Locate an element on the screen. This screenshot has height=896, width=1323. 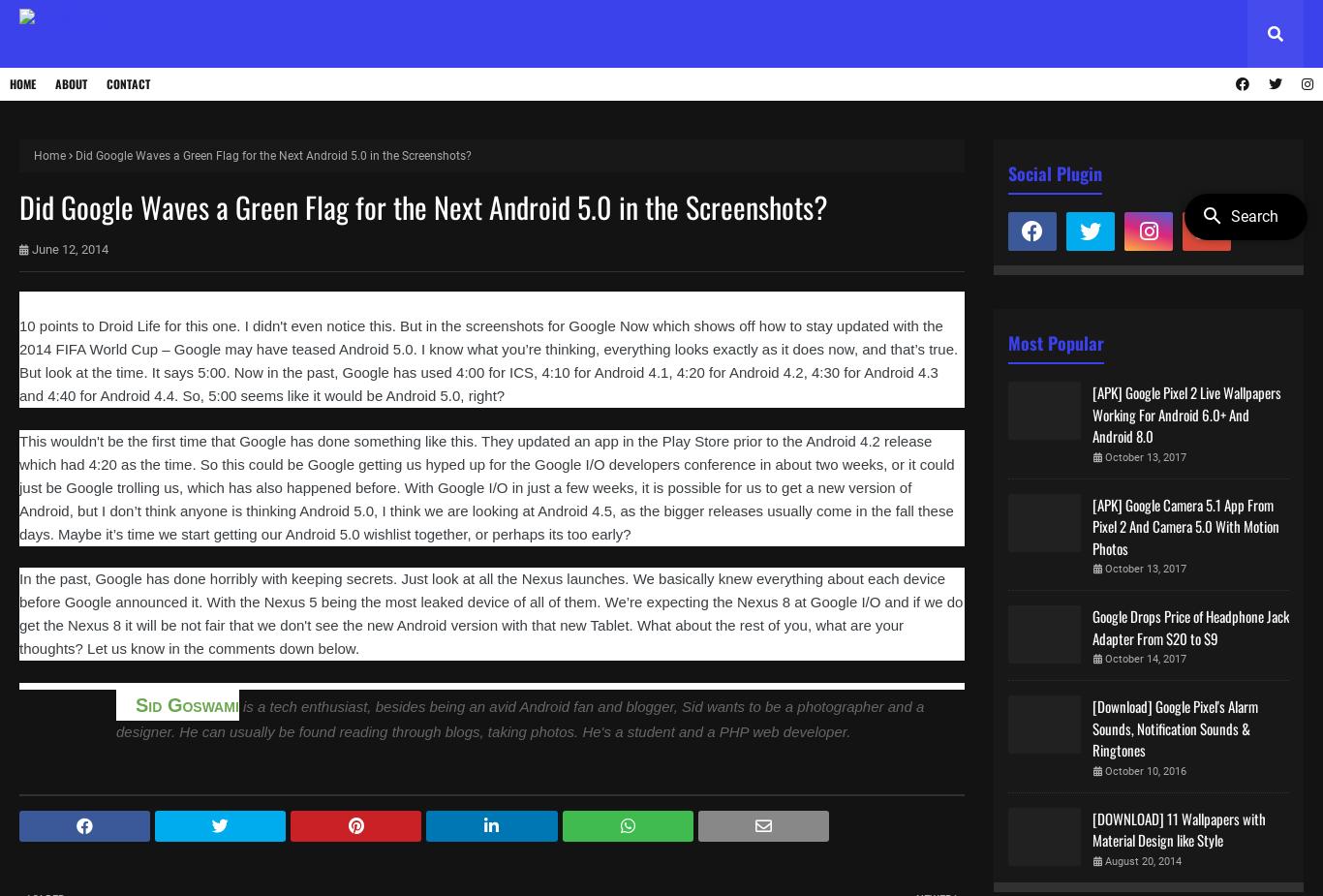
'October 14, 2017' is located at coordinates (1105, 659).